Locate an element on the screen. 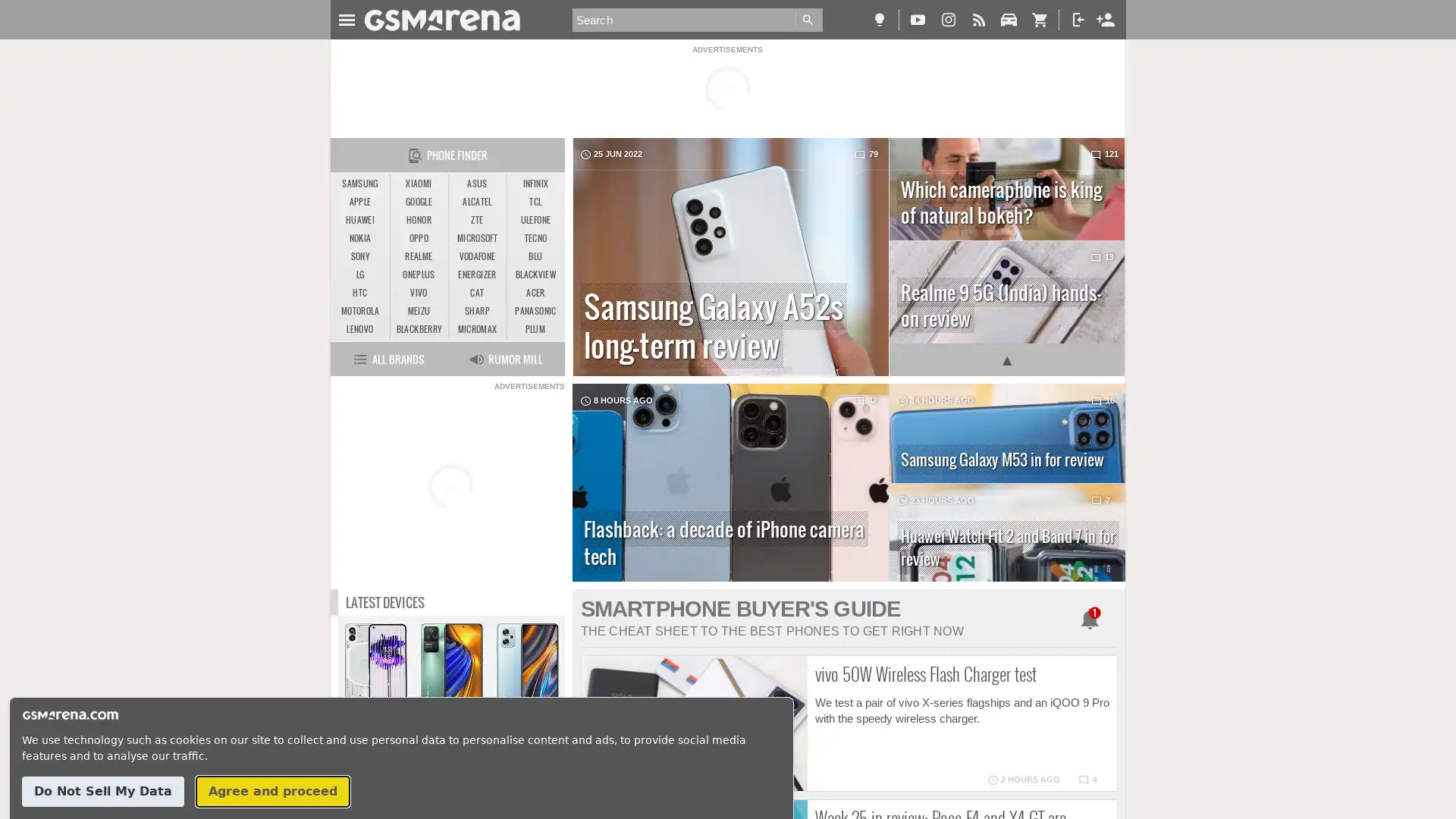 Image resolution: width=1456 pixels, height=819 pixels. Agree and proceed is located at coordinates (273, 791).